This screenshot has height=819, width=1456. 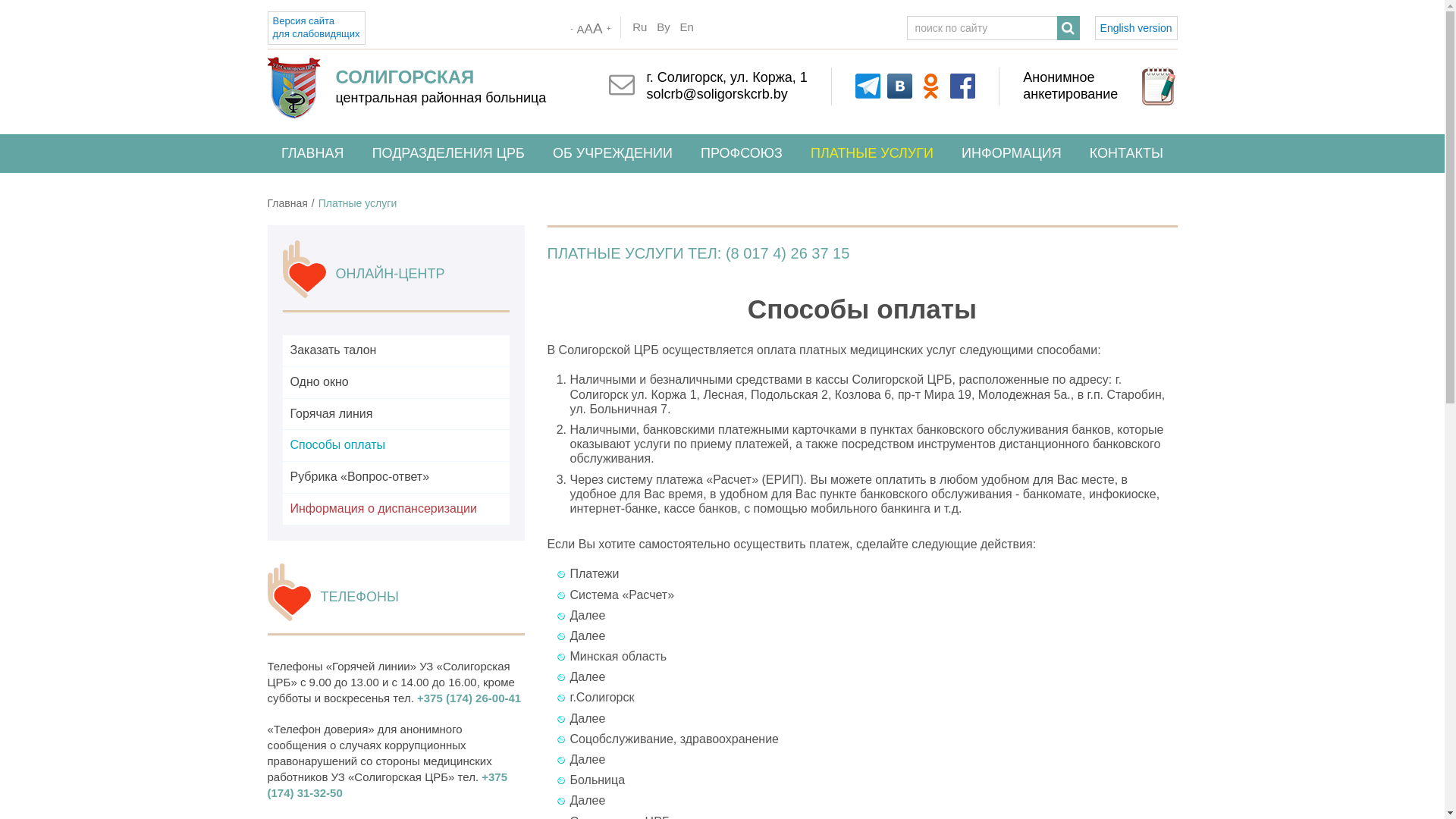 What do you see at coordinates (639, 27) in the screenshot?
I see `'Ru'` at bounding box center [639, 27].